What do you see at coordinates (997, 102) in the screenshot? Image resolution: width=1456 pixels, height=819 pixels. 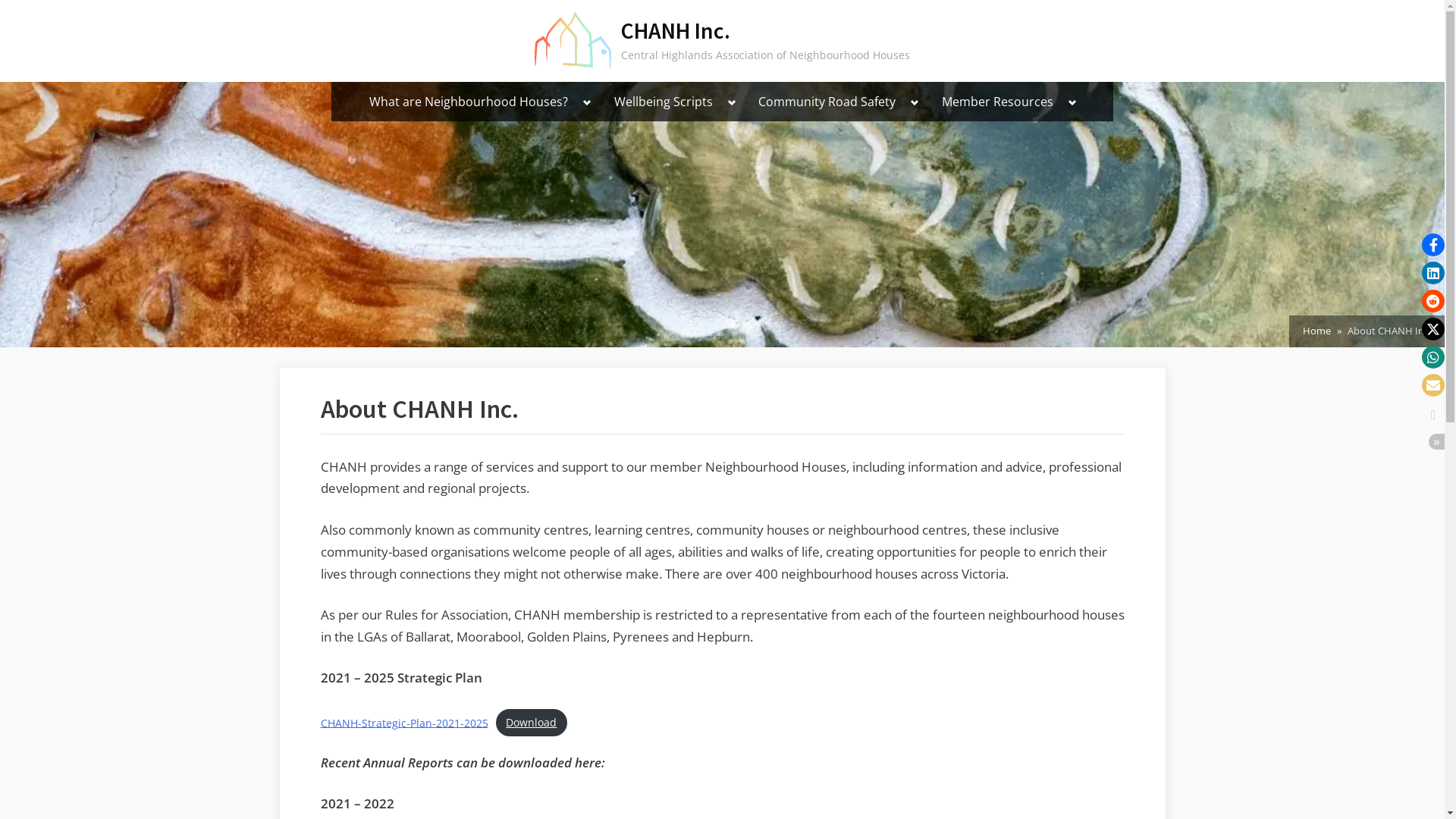 I see `'Member Resources'` at bounding box center [997, 102].